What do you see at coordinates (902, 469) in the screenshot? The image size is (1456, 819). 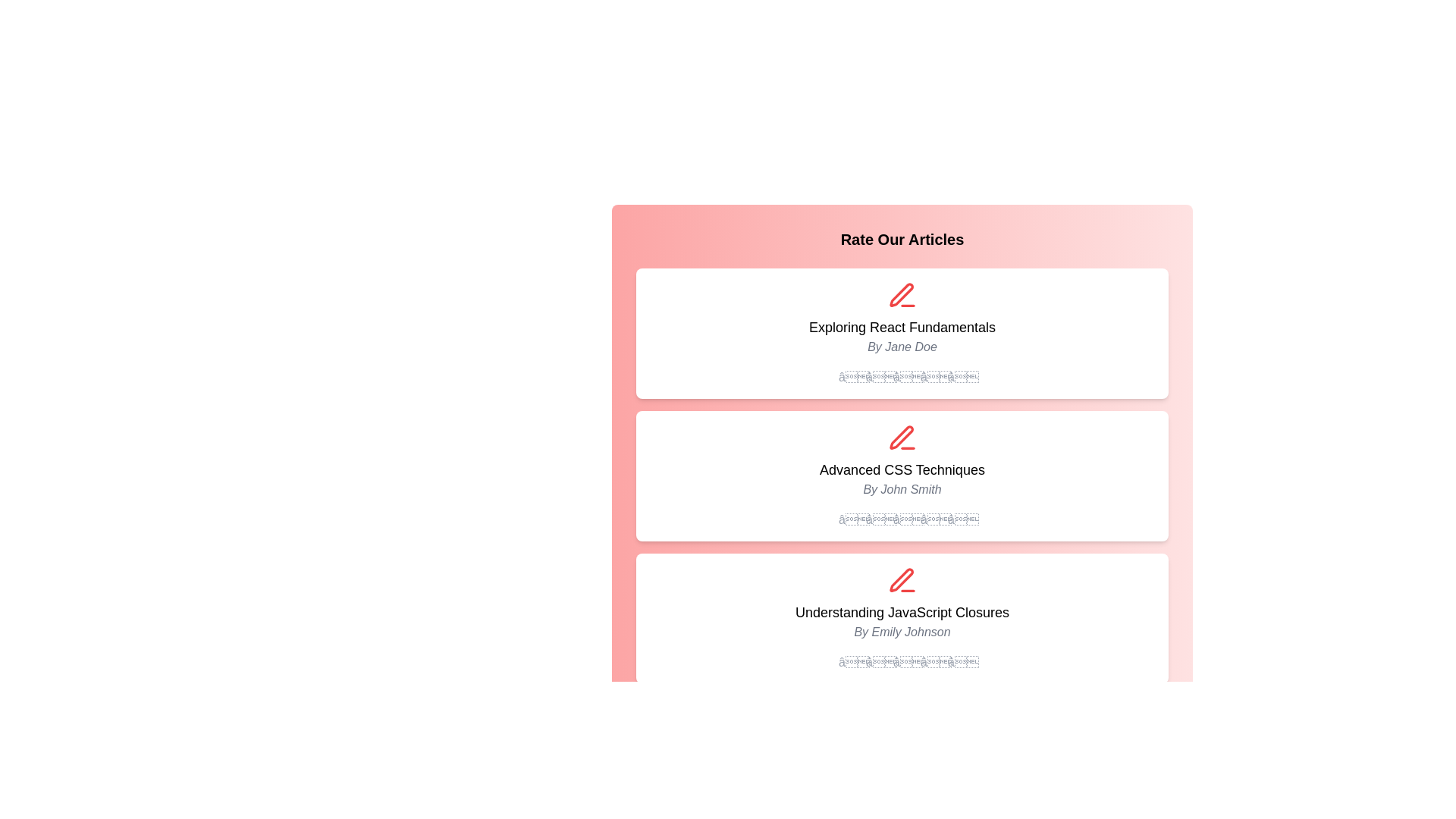 I see `the article titled 'Advanced CSS Techniques' by 'John Smith'` at bounding box center [902, 469].